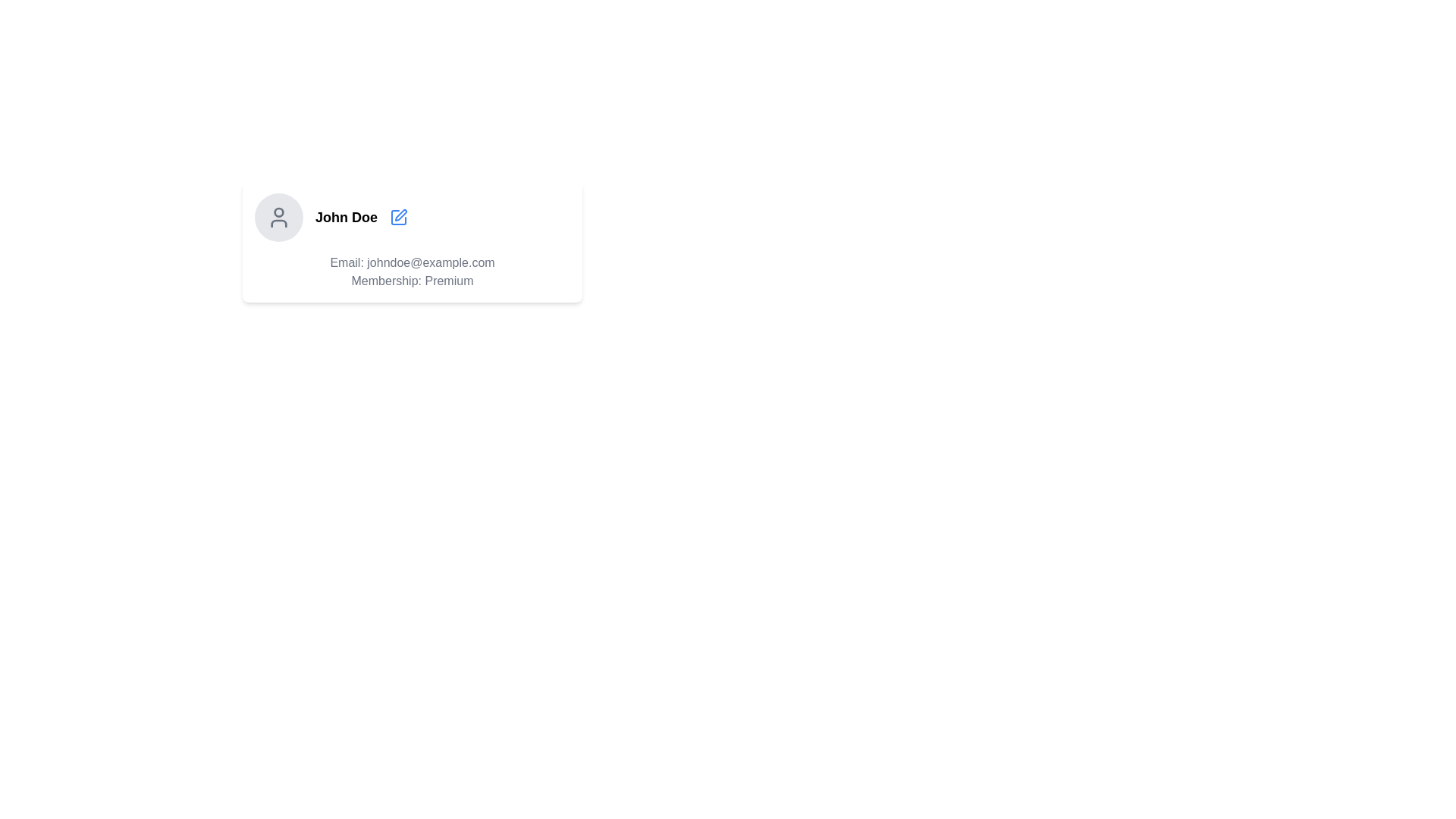 This screenshot has height=819, width=1456. I want to click on the editing icon (pen or pencil) located to the right of 'John Doe' to initiate editing, so click(400, 215).